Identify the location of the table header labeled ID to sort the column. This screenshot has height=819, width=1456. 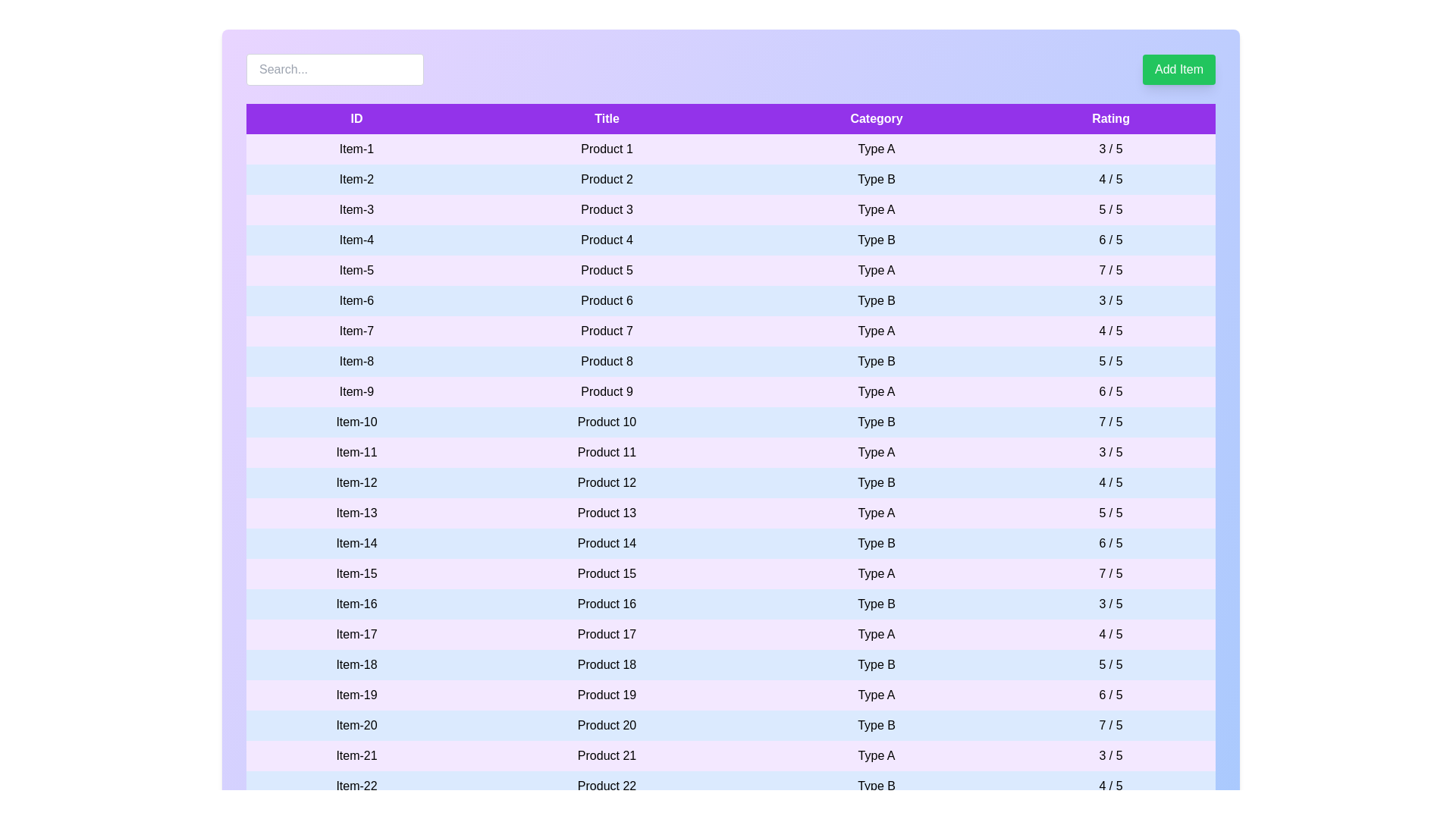
(356, 118).